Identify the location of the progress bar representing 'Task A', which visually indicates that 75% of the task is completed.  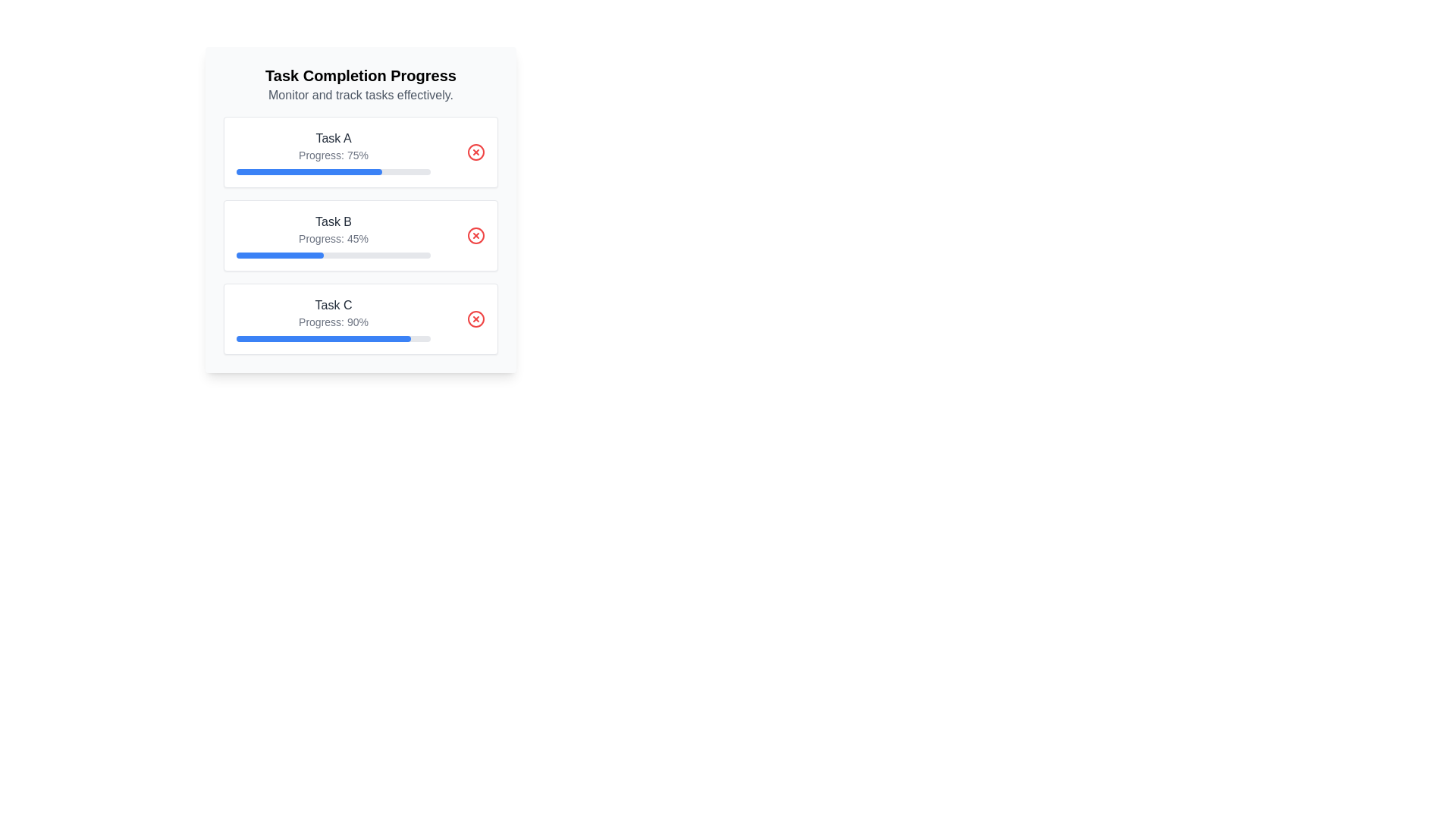
(309, 171).